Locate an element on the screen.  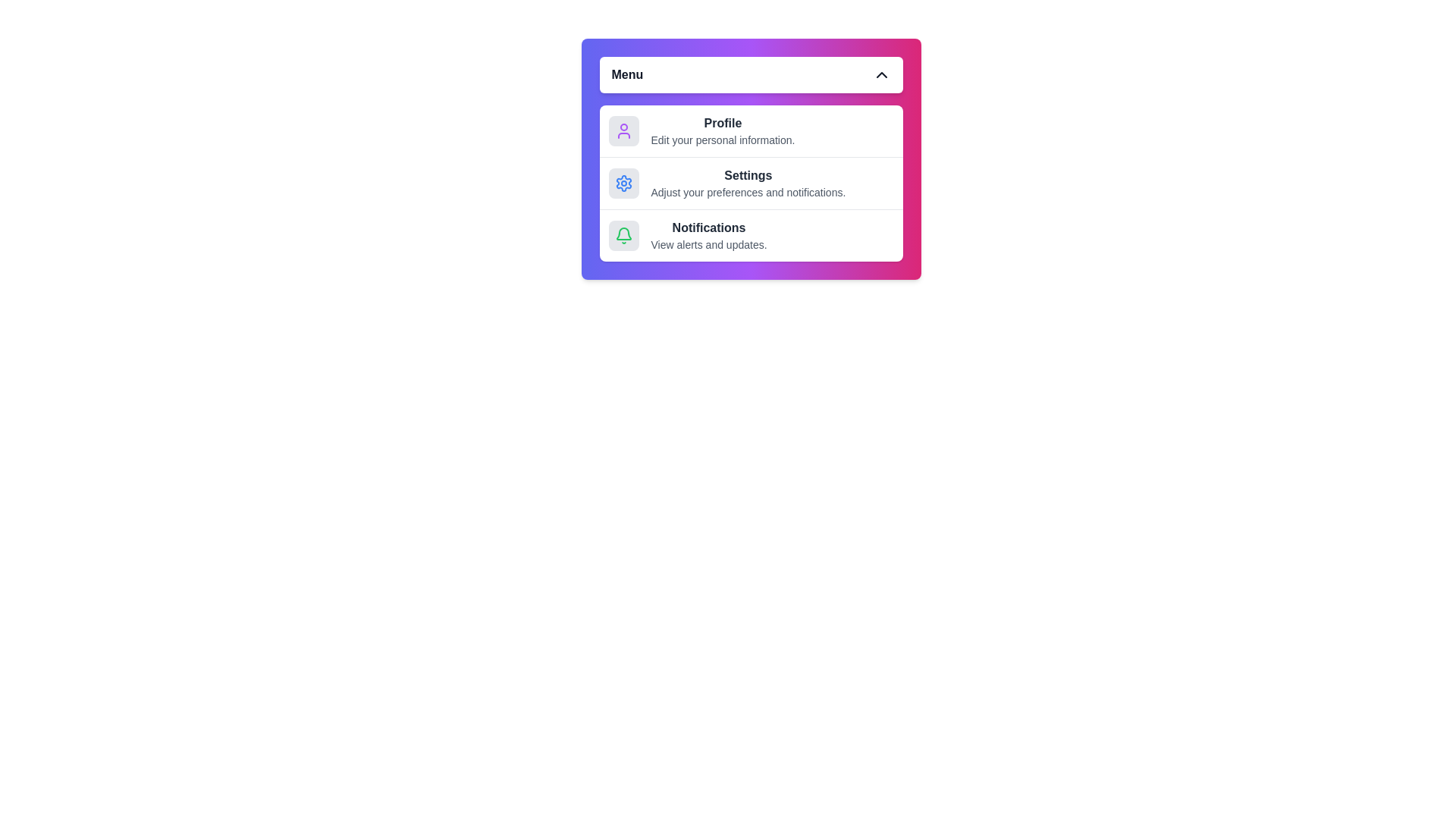
the toggle button to close the menu is located at coordinates (881, 75).